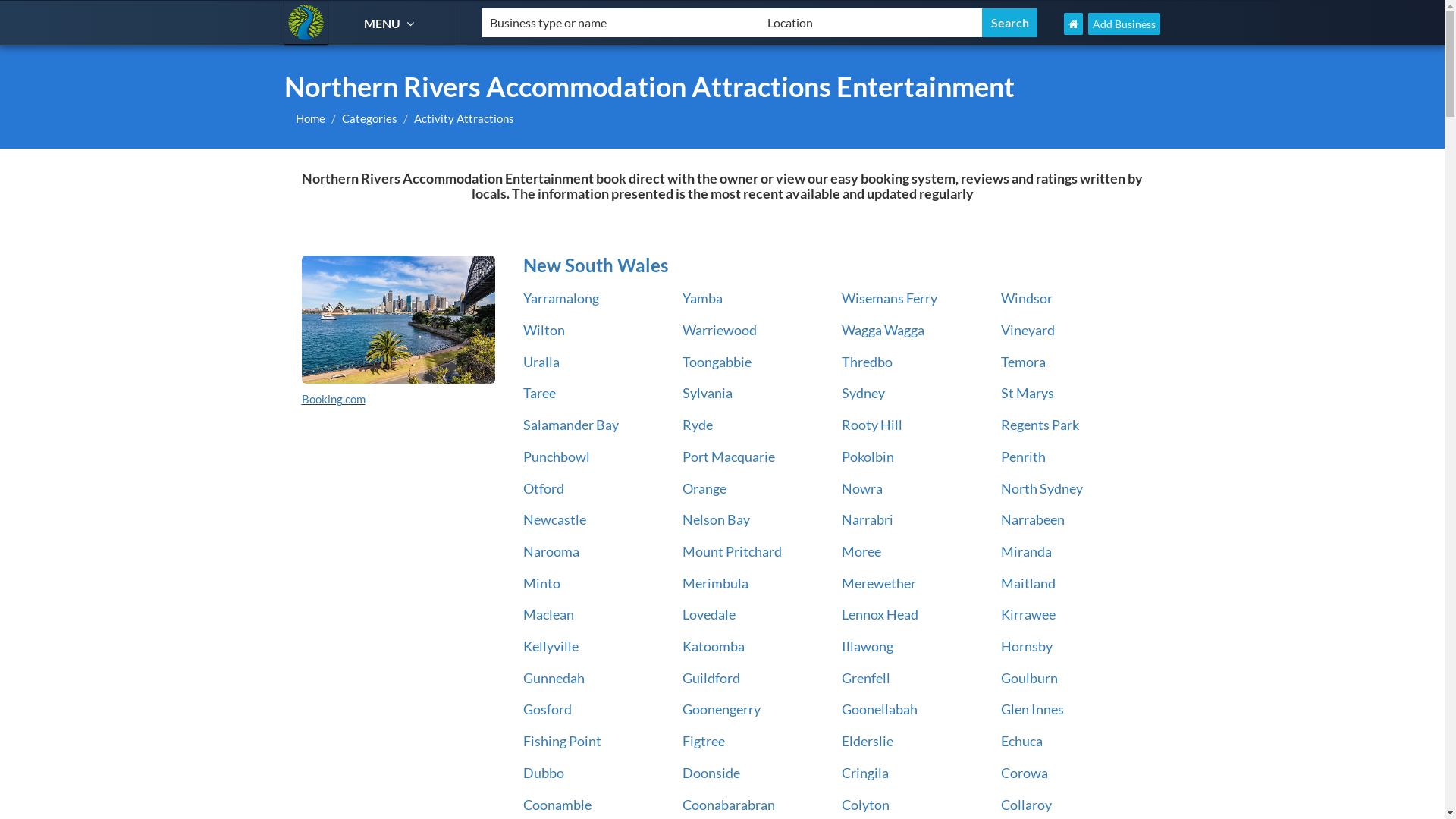 This screenshot has width=1456, height=819. What do you see at coordinates (544, 329) in the screenshot?
I see `'Wilton'` at bounding box center [544, 329].